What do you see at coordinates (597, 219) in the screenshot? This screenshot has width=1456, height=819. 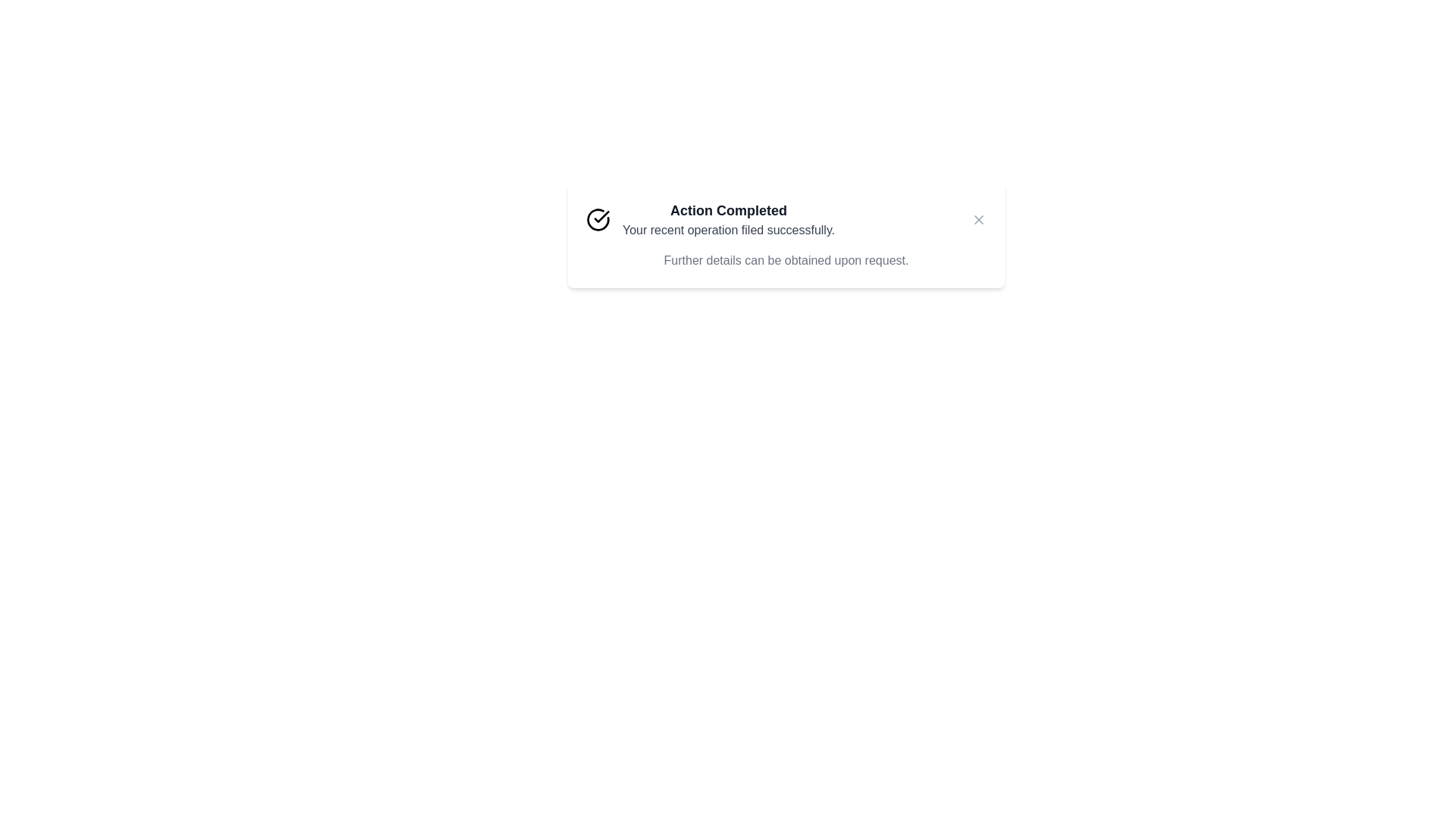 I see `the circular green icon with a checkmark inside, located at the top-left corner of the notification box, indicating a success message` at bounding box center [597, 219].